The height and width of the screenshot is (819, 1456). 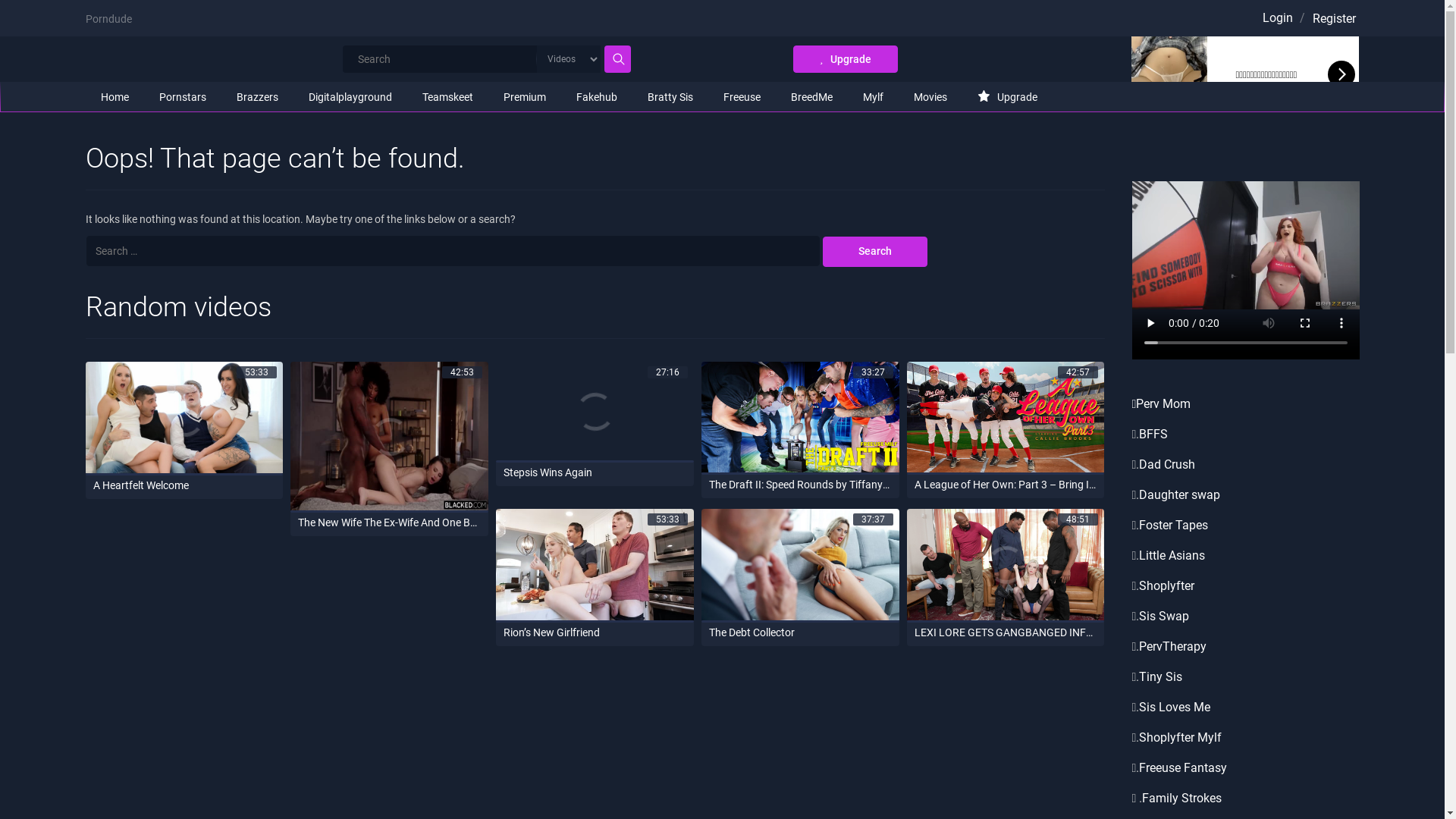 I want to click on 'Daughter swap', so click(x=1178, y=494).